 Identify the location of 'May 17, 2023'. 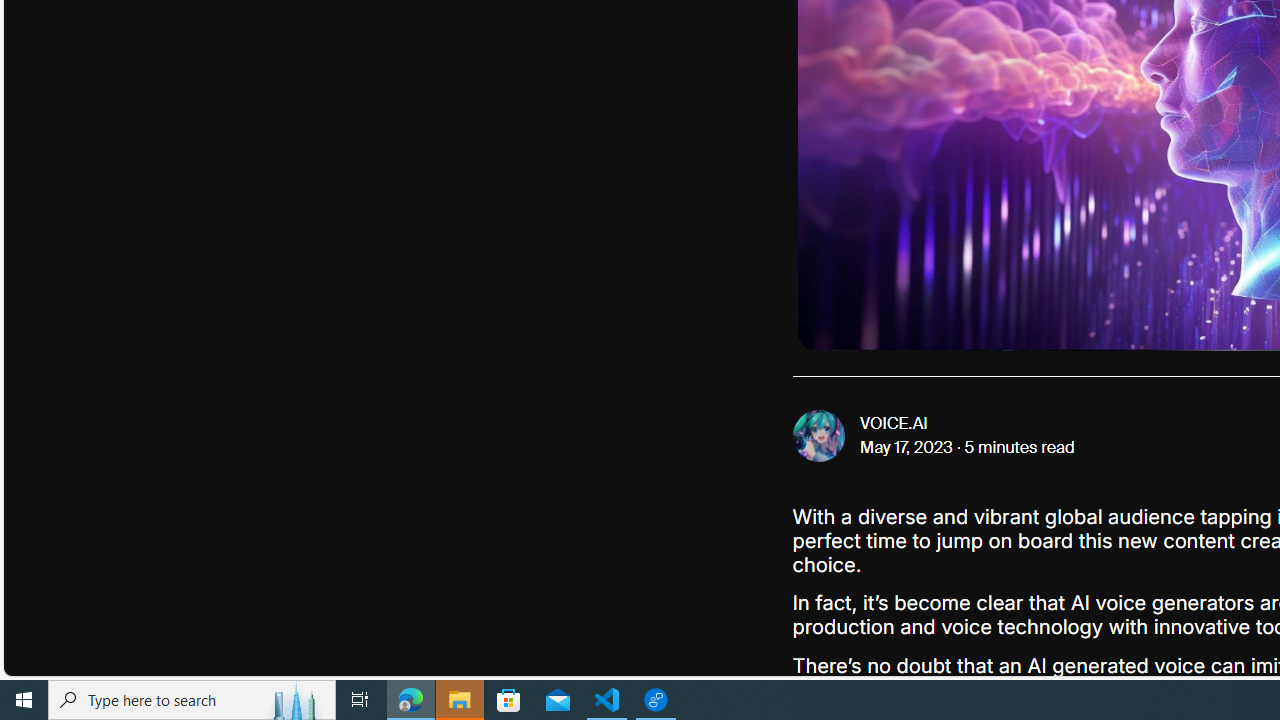
(906, 447).